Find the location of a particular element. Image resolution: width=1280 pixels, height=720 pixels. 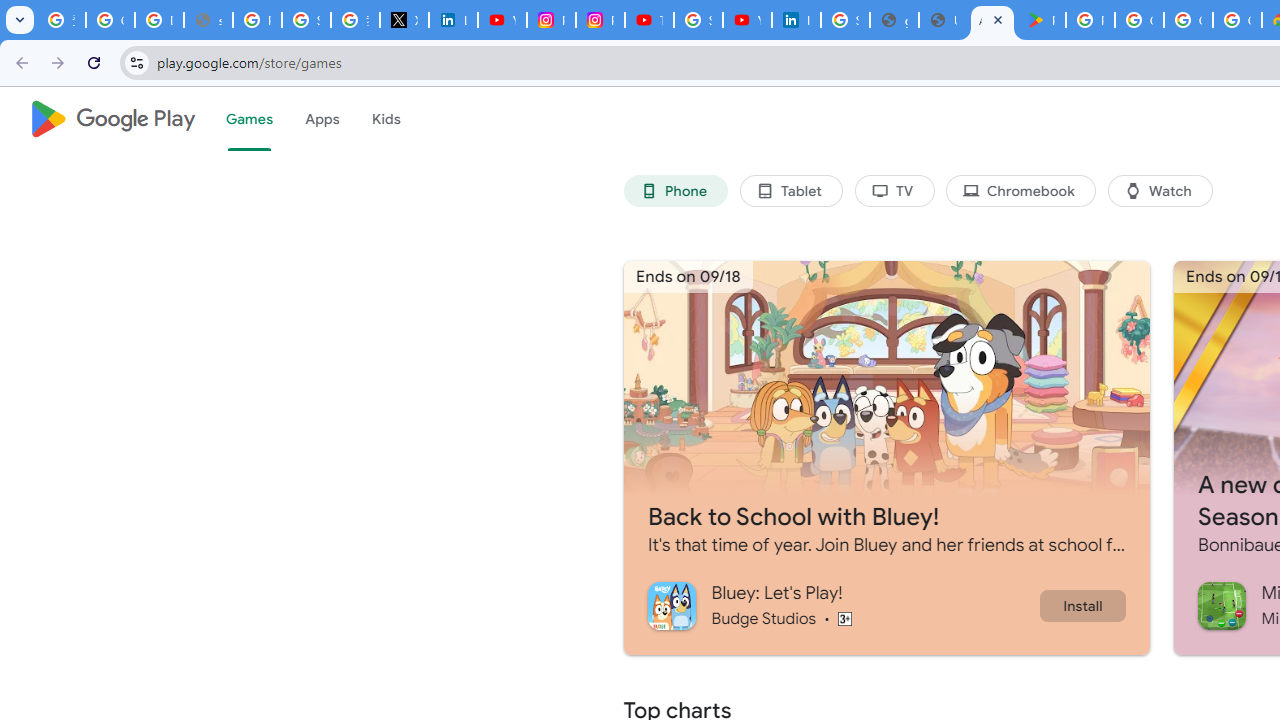

'Watch' is located at coordinates (1160, 191).